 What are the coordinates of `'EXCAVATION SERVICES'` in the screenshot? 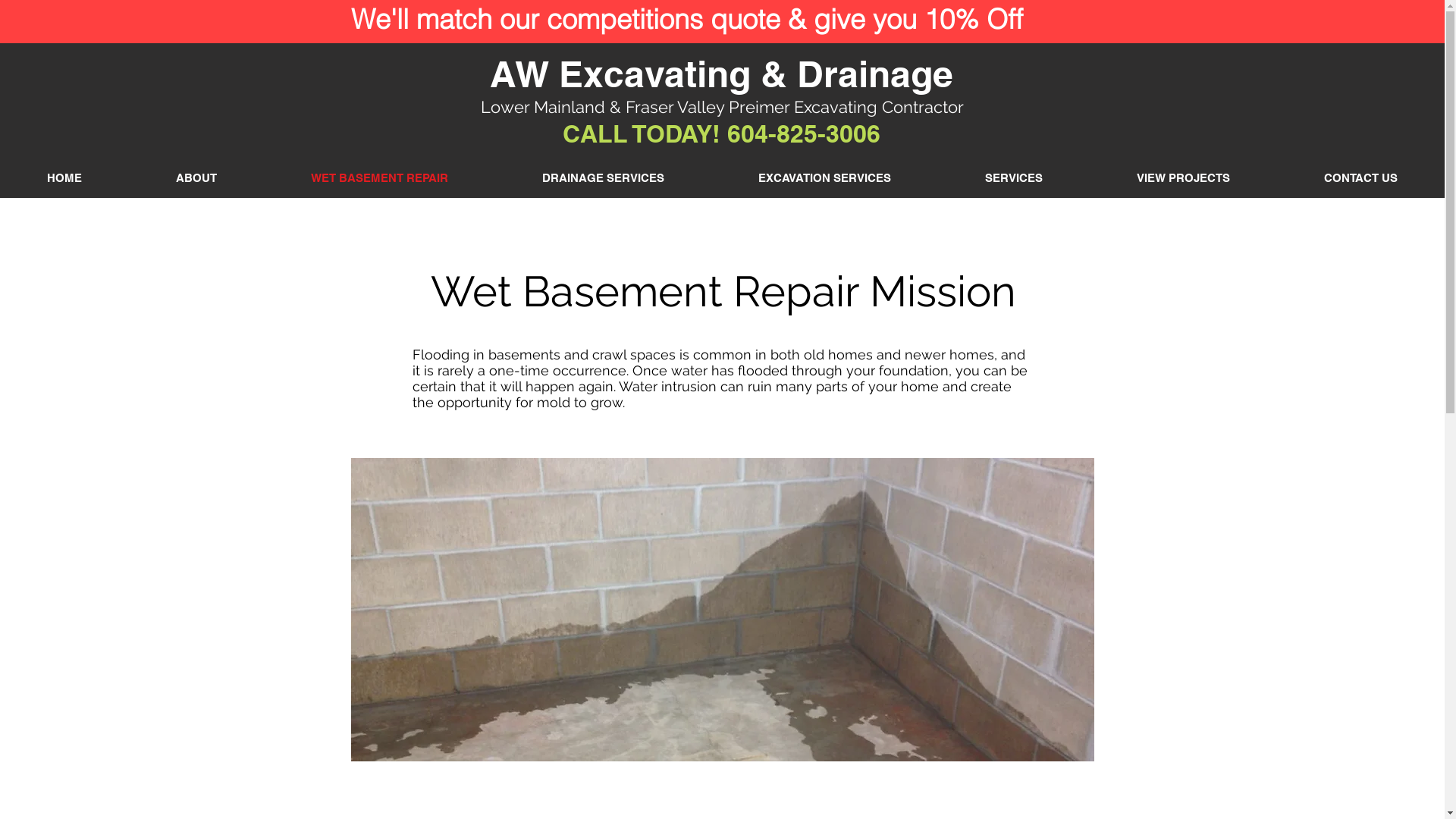 It's located at (824, 177).